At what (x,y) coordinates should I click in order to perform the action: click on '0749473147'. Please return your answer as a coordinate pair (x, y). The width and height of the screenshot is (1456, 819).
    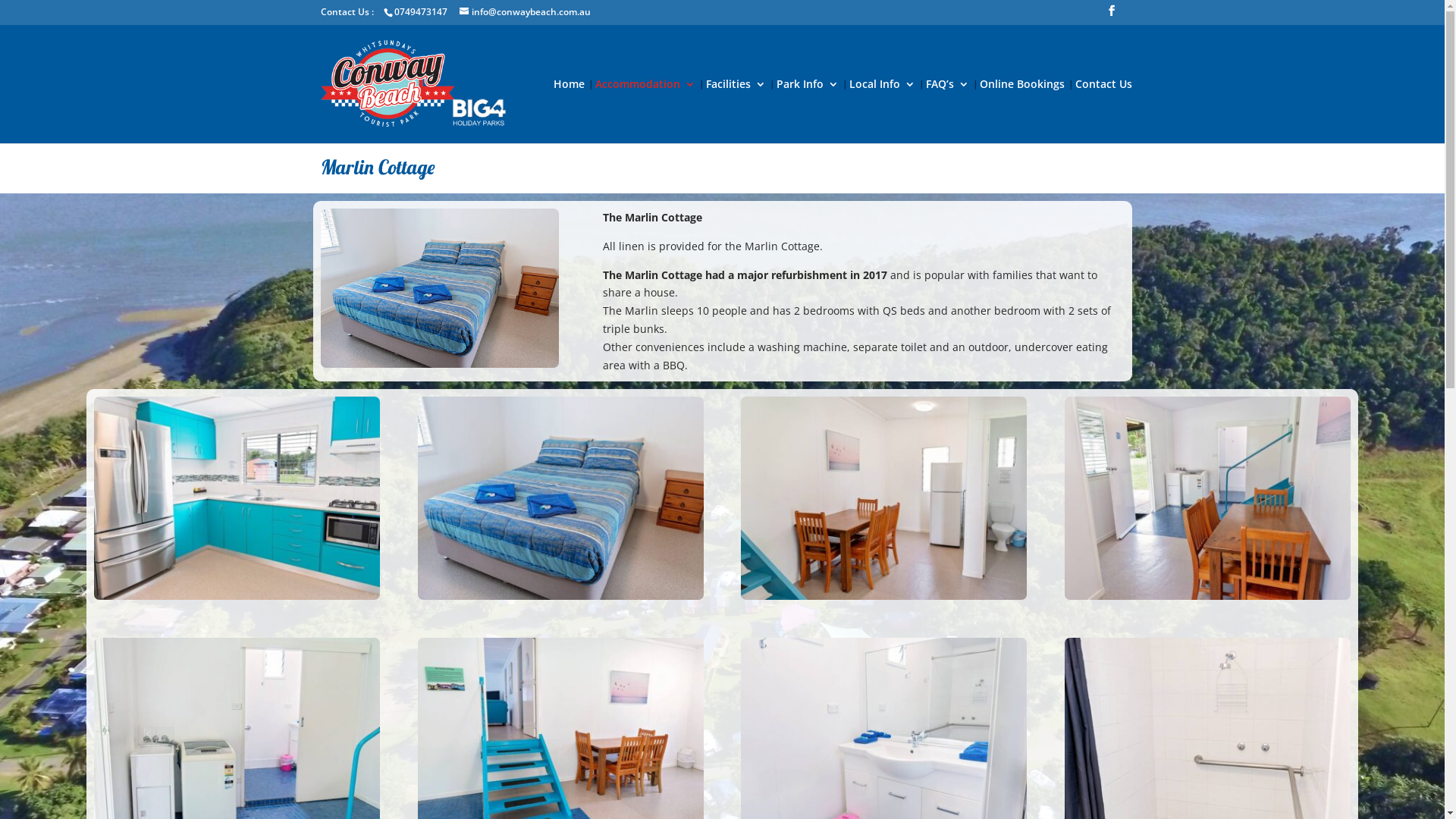
    Looking at the image, I should click on (420, 11).